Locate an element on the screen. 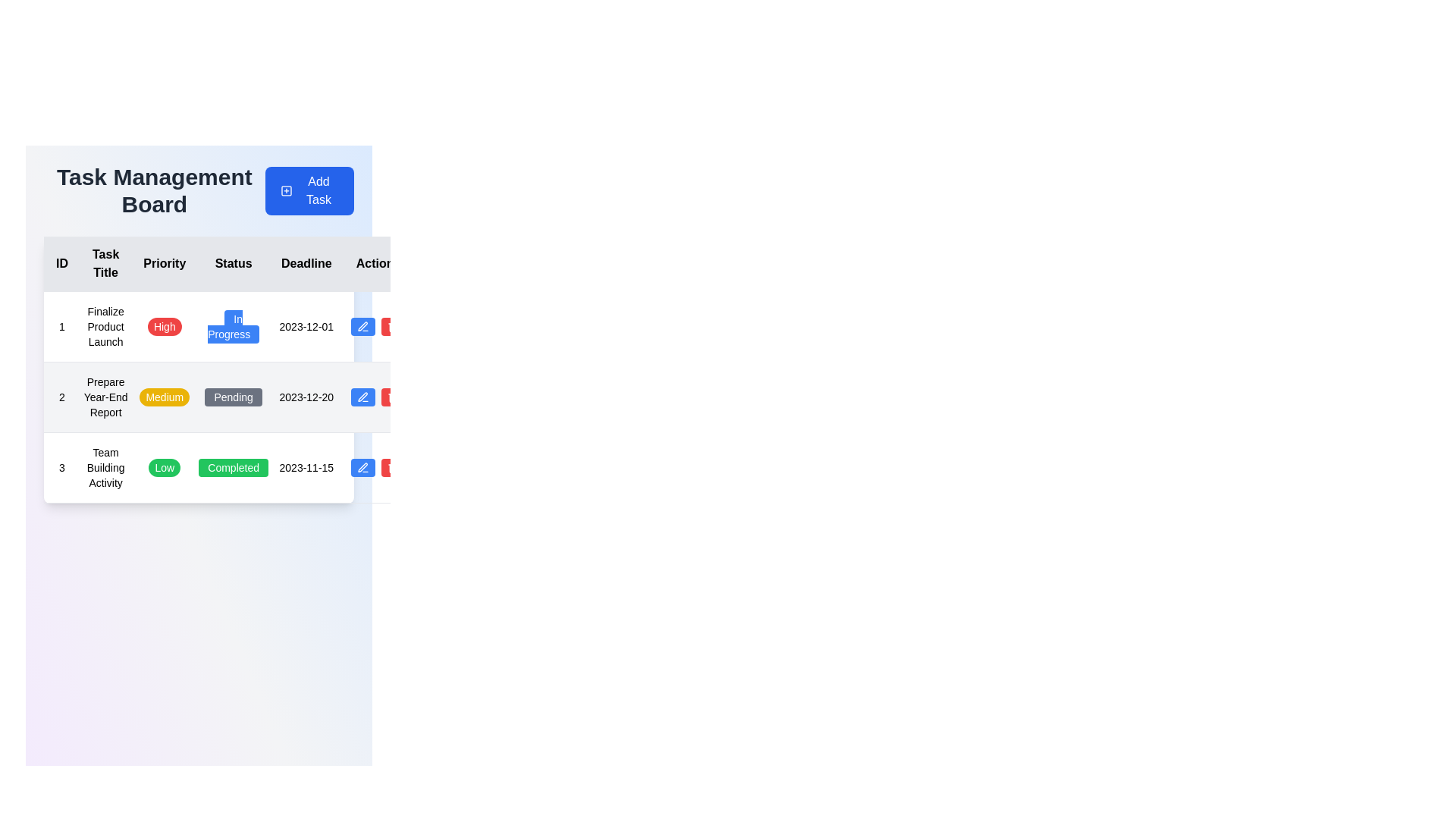  the 'Pending' badge in the second row of the task management table, which has a gray background and is adjacent to the 'Deadline' cell with '2023-12-20' is located at coordinates (233, 397).